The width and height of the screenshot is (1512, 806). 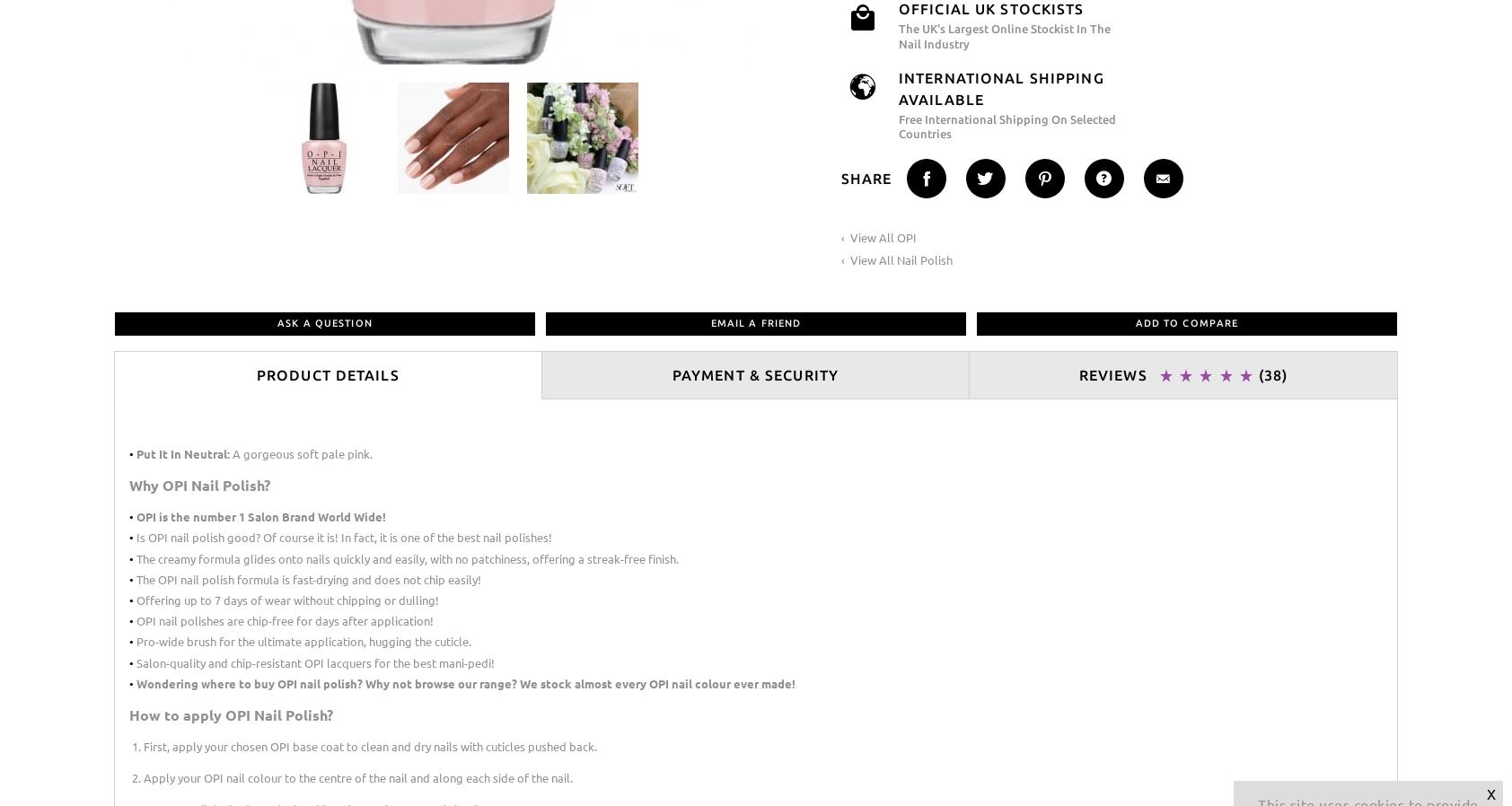 I want to click on 'Skin Care', so click(x=122, y=104).